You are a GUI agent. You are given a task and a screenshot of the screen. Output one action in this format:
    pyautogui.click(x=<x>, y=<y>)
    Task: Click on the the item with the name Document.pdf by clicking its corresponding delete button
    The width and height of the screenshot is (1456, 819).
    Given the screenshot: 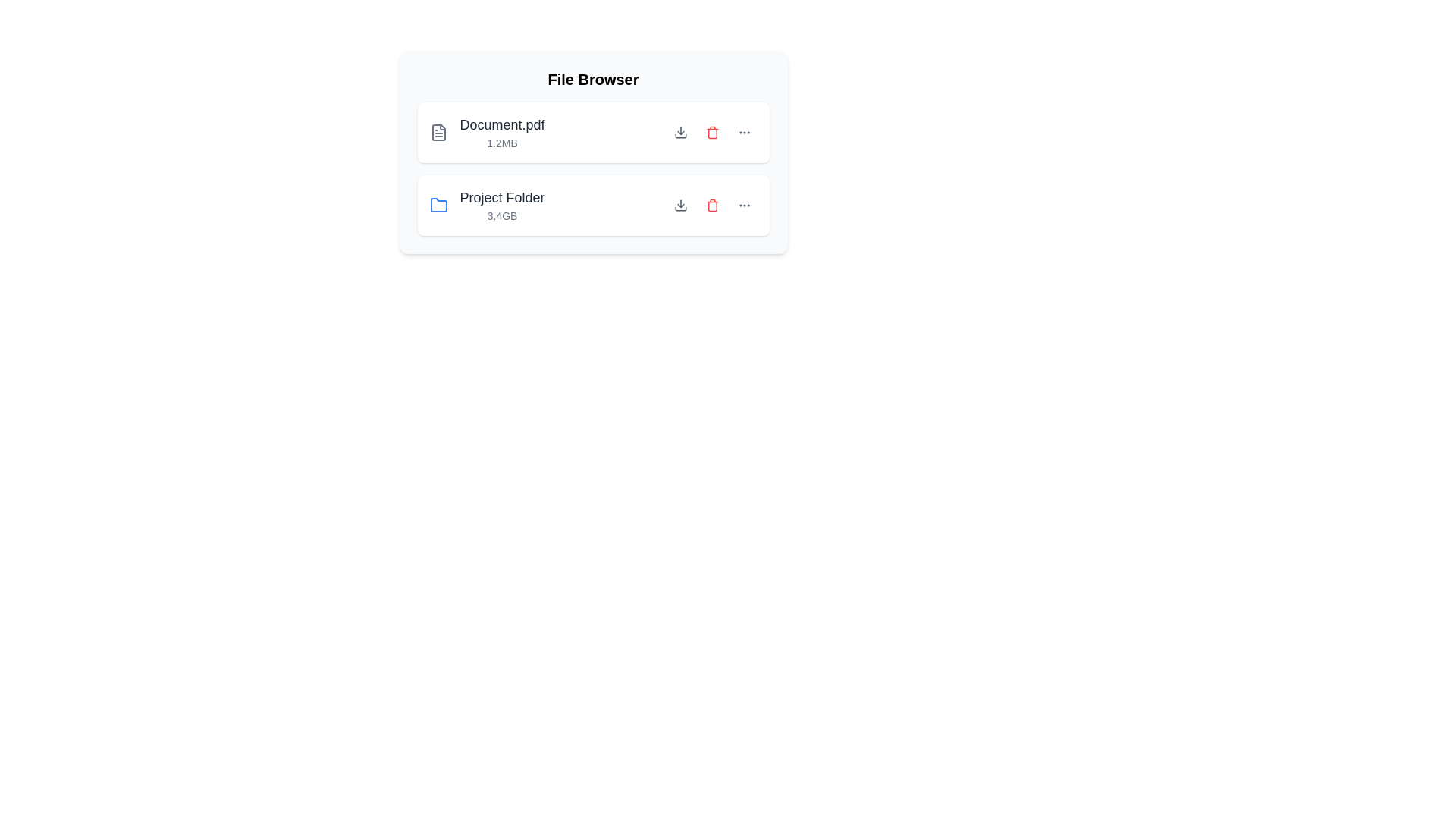 What is the action you would take?
    pyautogui.click(x=711, y=131)
    